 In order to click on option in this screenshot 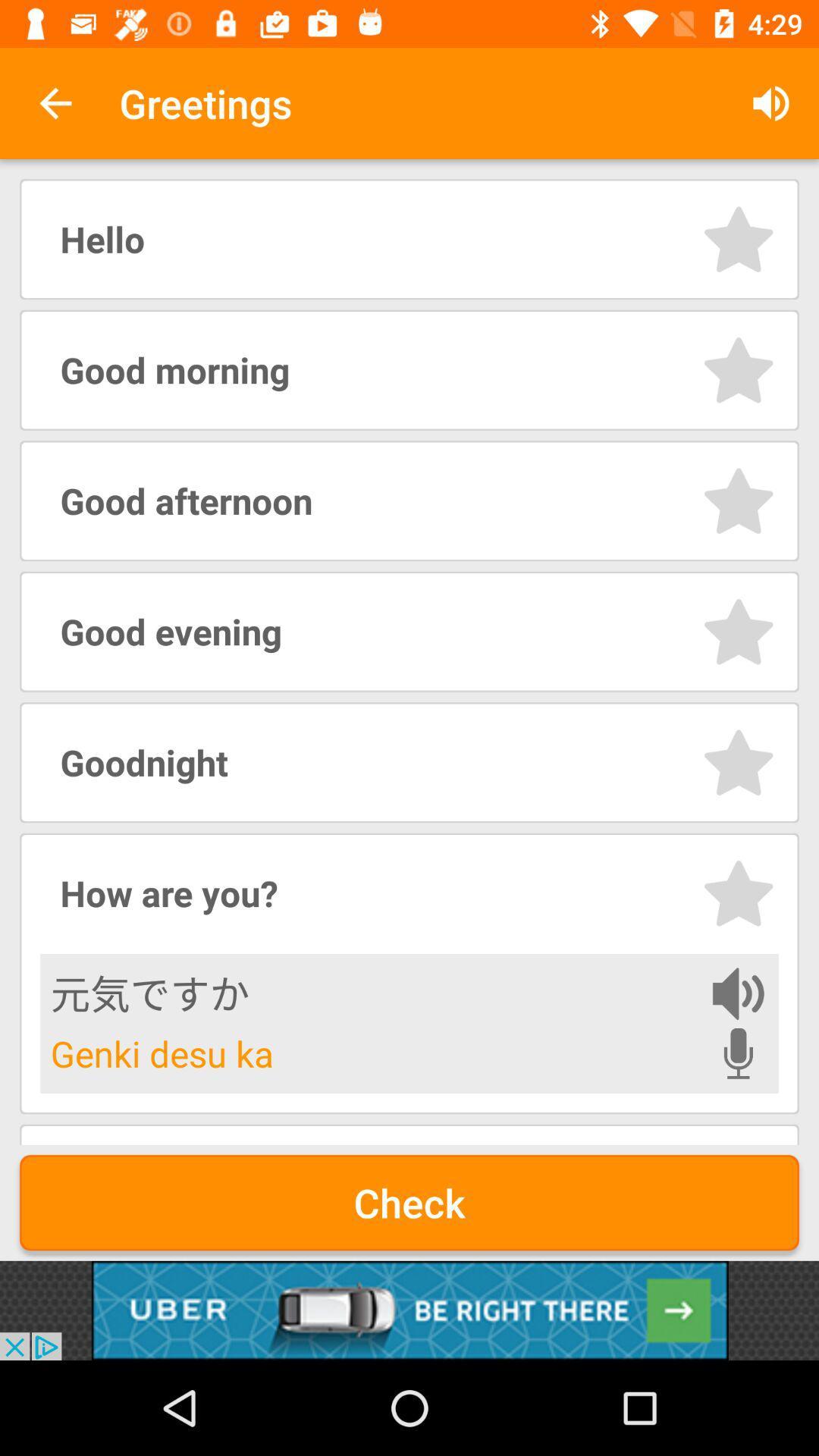, I will do `click(738, 370)`.